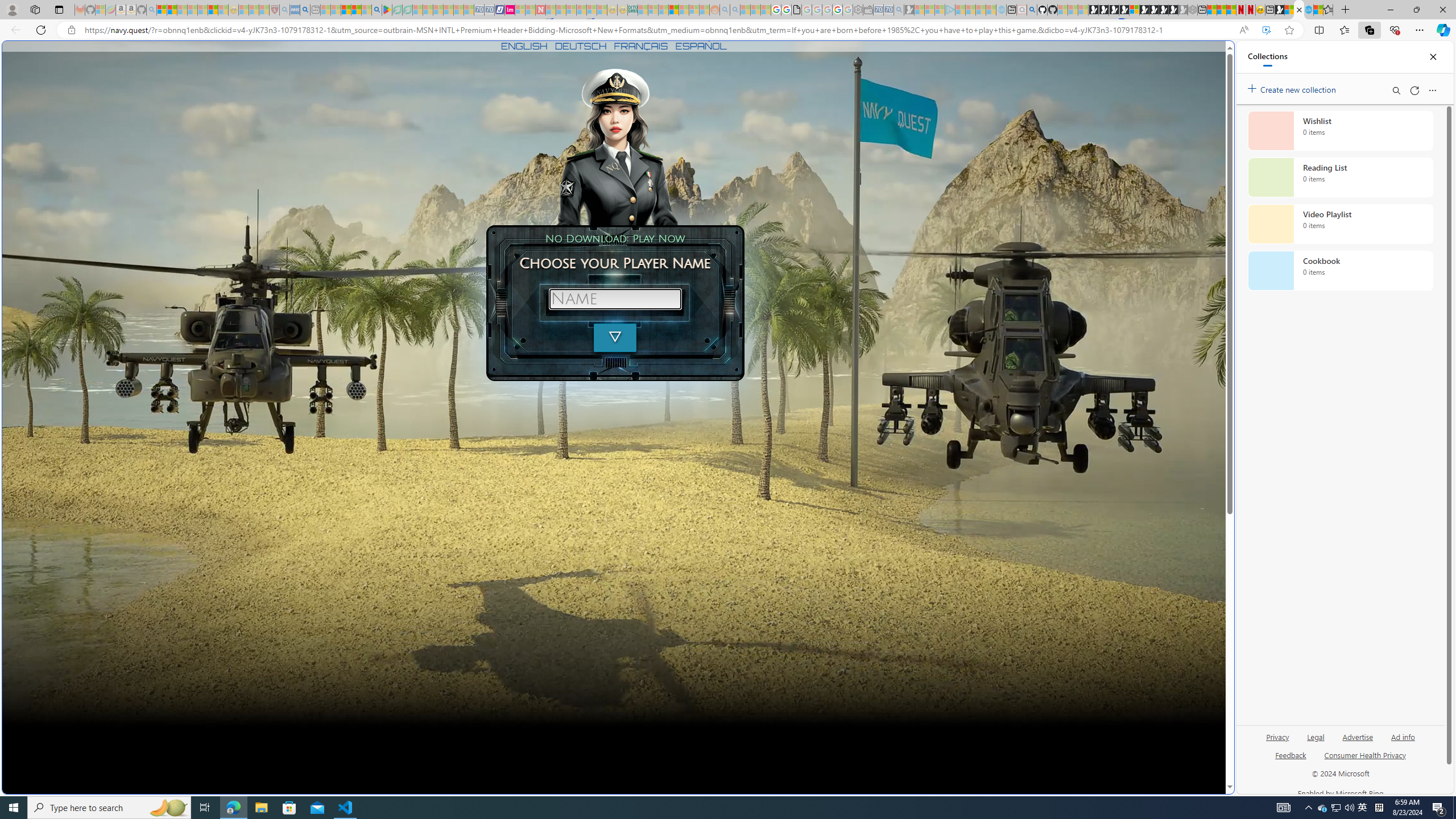 Image resolution: width=1456 pixels, height=819 pixels. I want to click on 'Bluey: Let', so click(387, 9).